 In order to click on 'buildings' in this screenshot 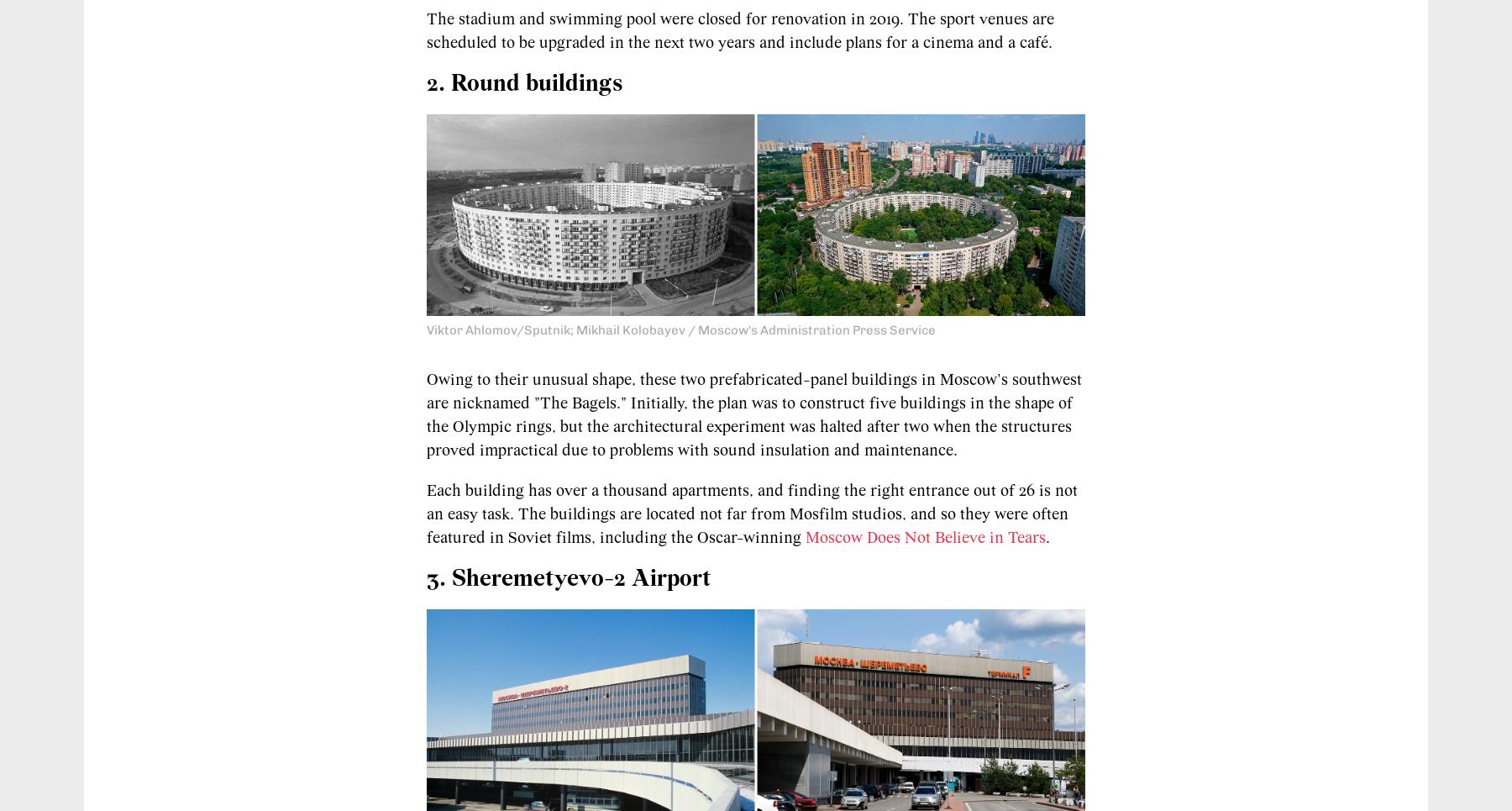, I will do `click(574, 82)`.